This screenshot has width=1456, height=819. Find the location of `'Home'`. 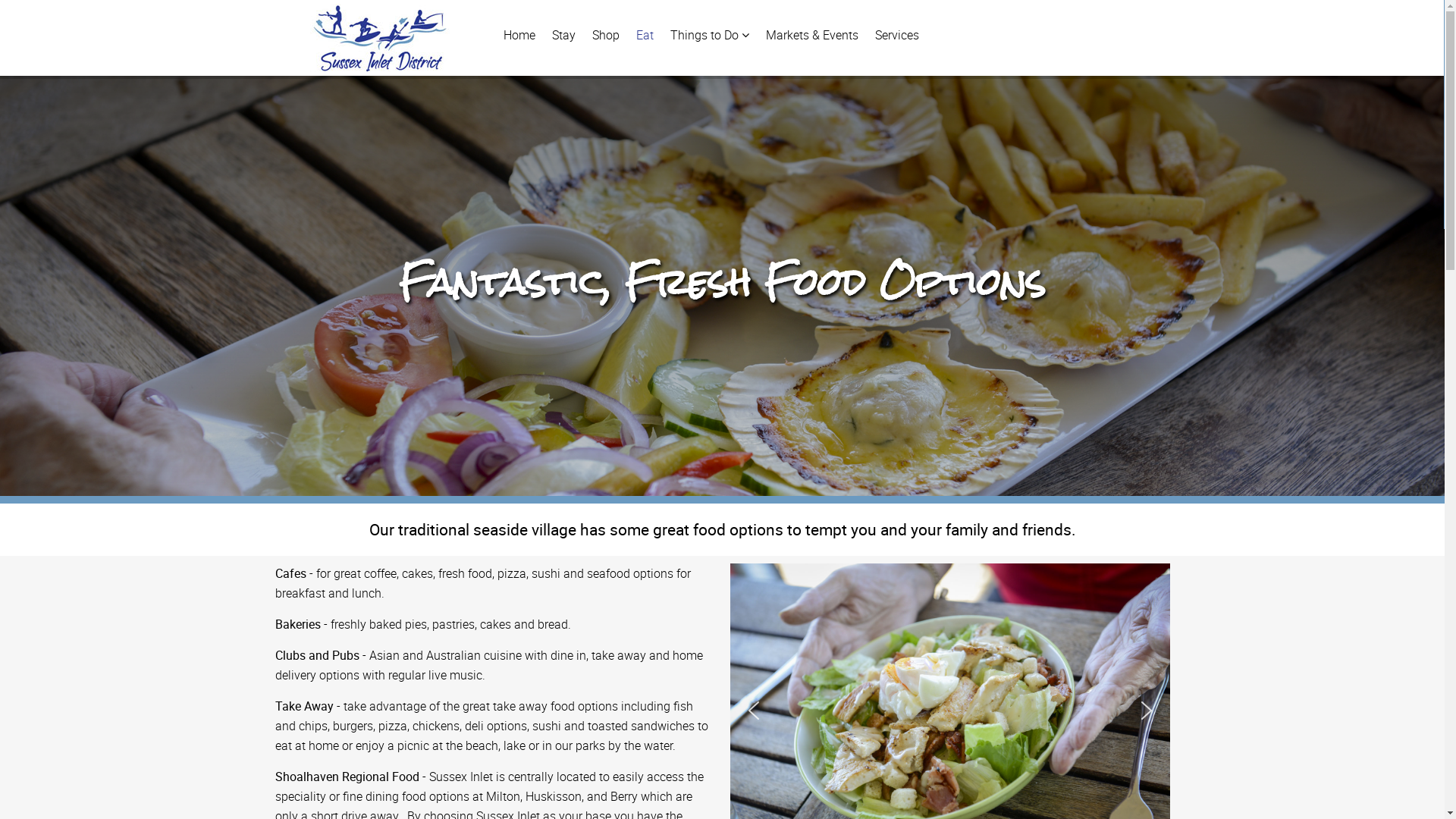

'Home' is located at coordinates (519, 34).